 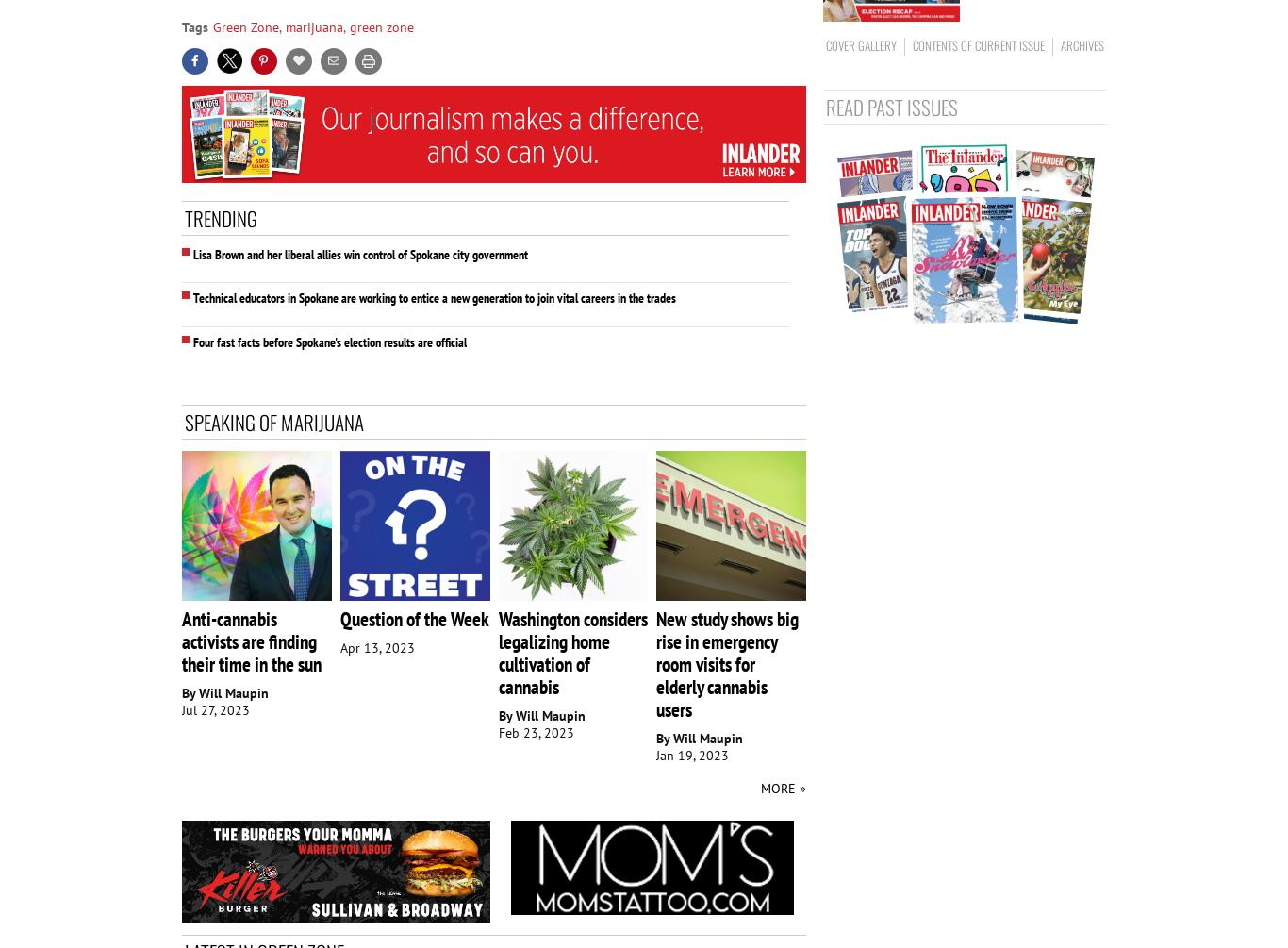 What do you see at coordinates (782, 788) in the screenshot?
I see `'More »'` at bounding box center [782, 788].